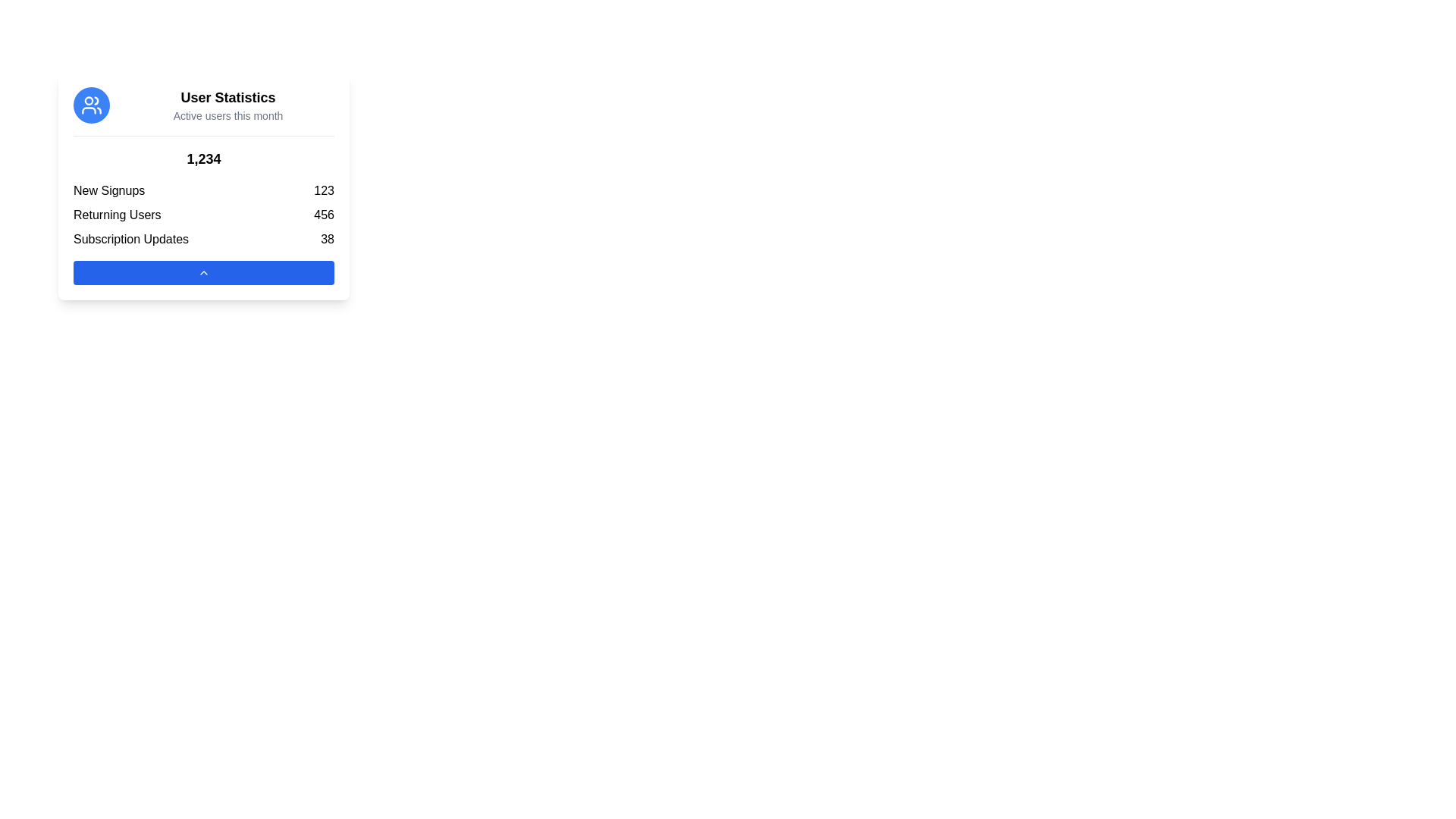 The image size is (1456, 819). Describe the element at coordinates (227, 115) in the screenshot. I see `the text label that reads 'Active users this month', which is styled in smaller gray font and located directly below the heading 'User Statistics'` at that location.